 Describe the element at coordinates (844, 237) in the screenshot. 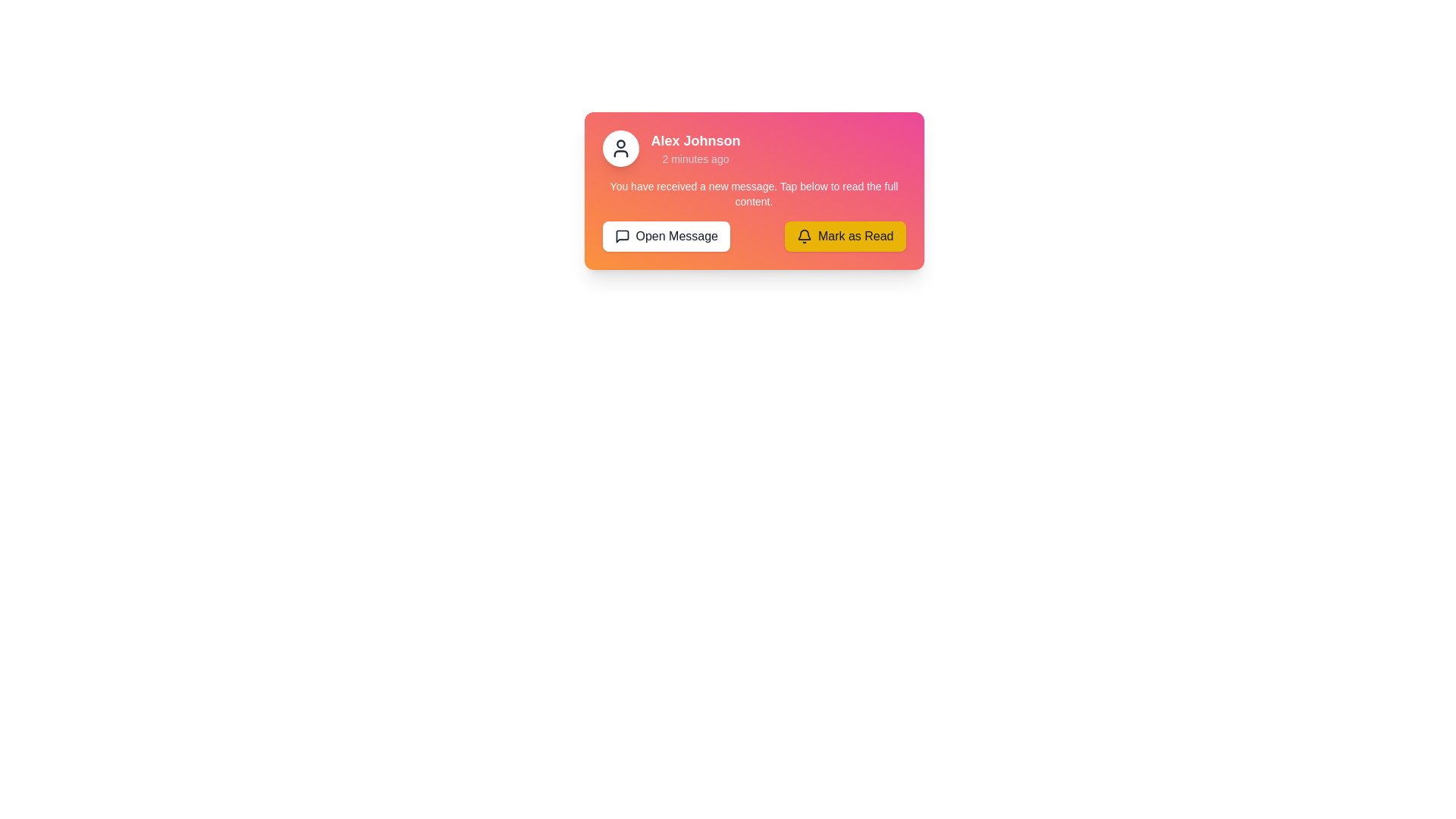

I see `the yellow 'Mark as Read' button with rounded corners featuring a bell icon and bold text` at that location.